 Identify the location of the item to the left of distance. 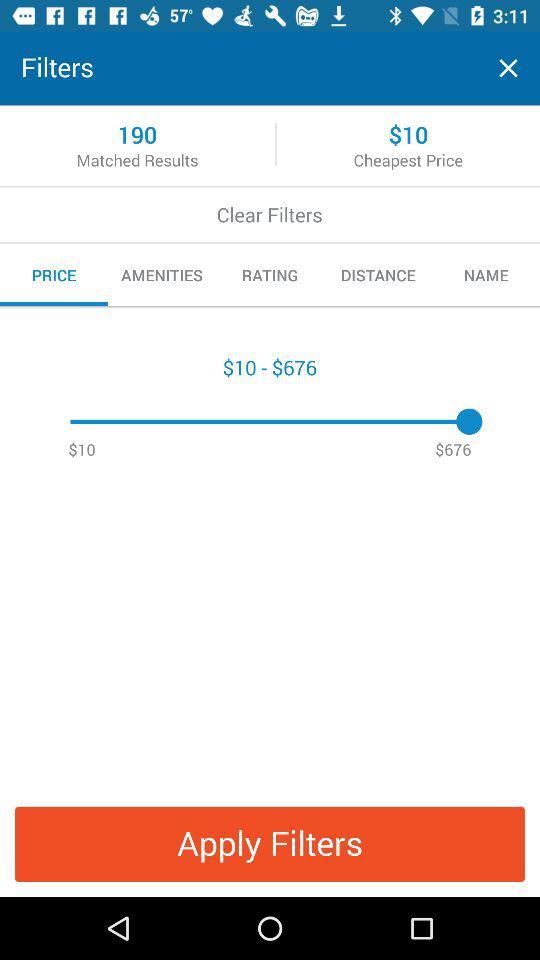
(270, 274).